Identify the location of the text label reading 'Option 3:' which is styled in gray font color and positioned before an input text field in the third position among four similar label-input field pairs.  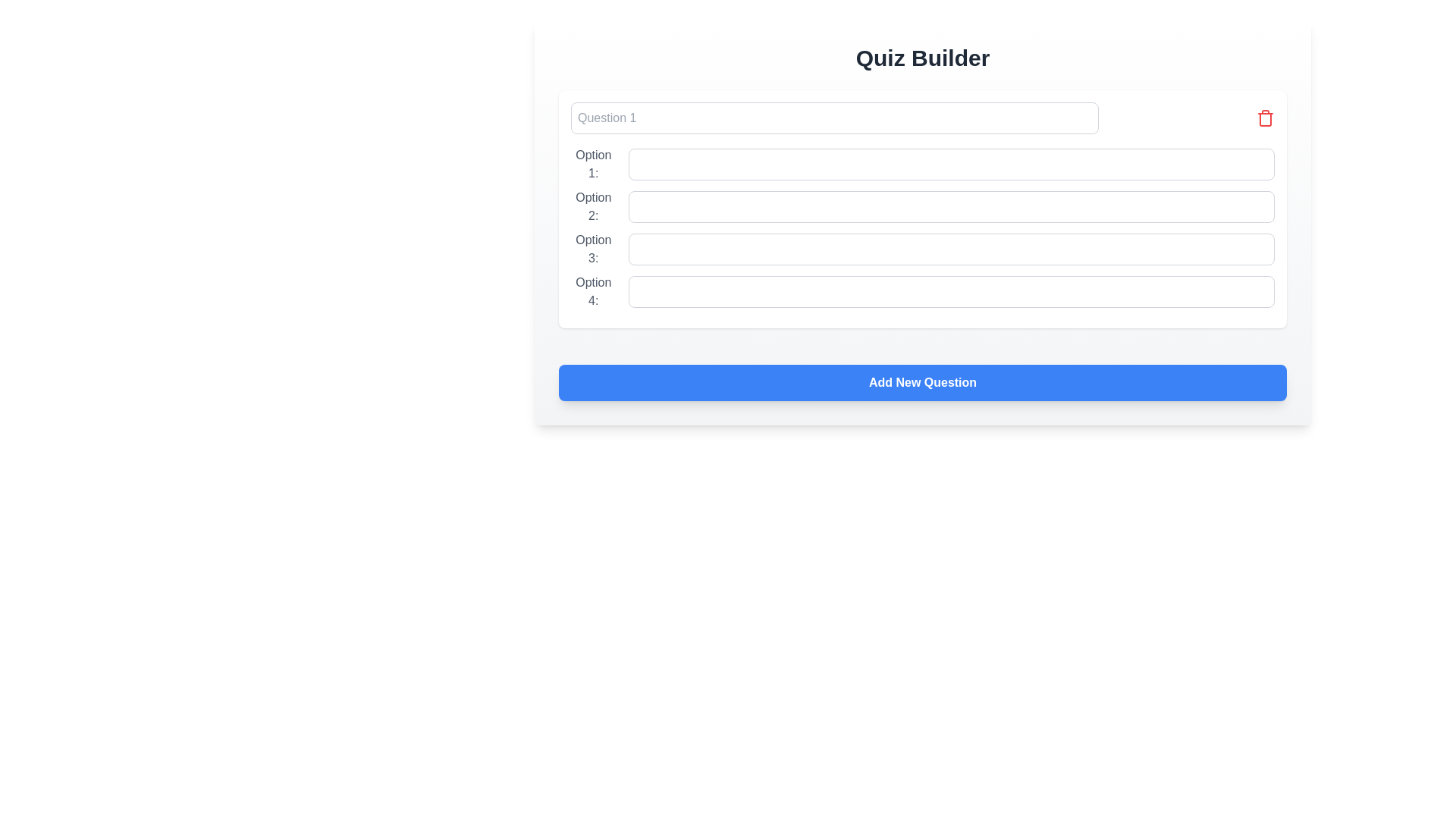
(592, 248).